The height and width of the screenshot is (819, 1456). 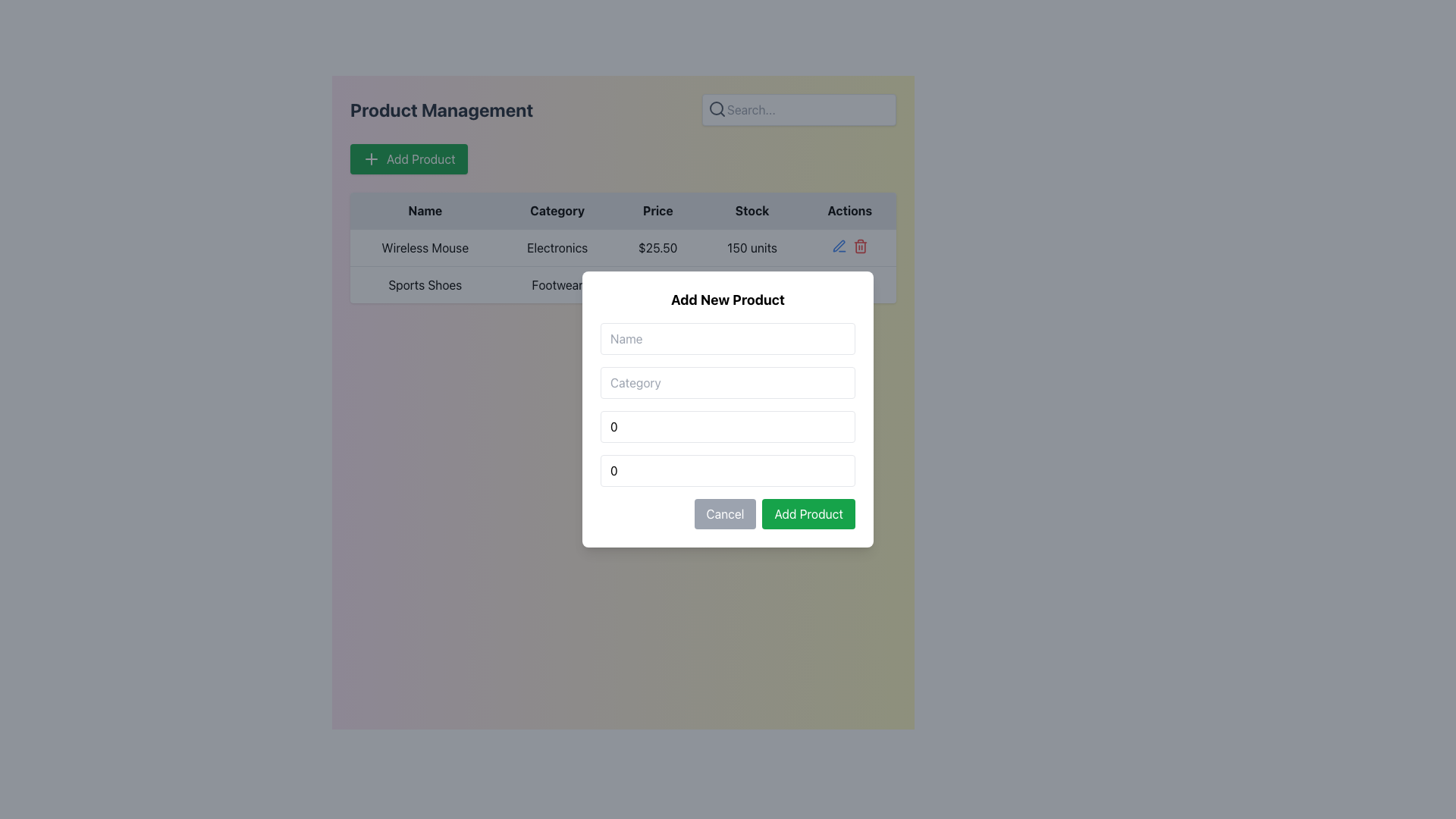 What do you see at coordinates (860, 245) in the screenshot?
I see `the delete button for the 'Wireless Mouse' product` at bounding box center [860, 245].